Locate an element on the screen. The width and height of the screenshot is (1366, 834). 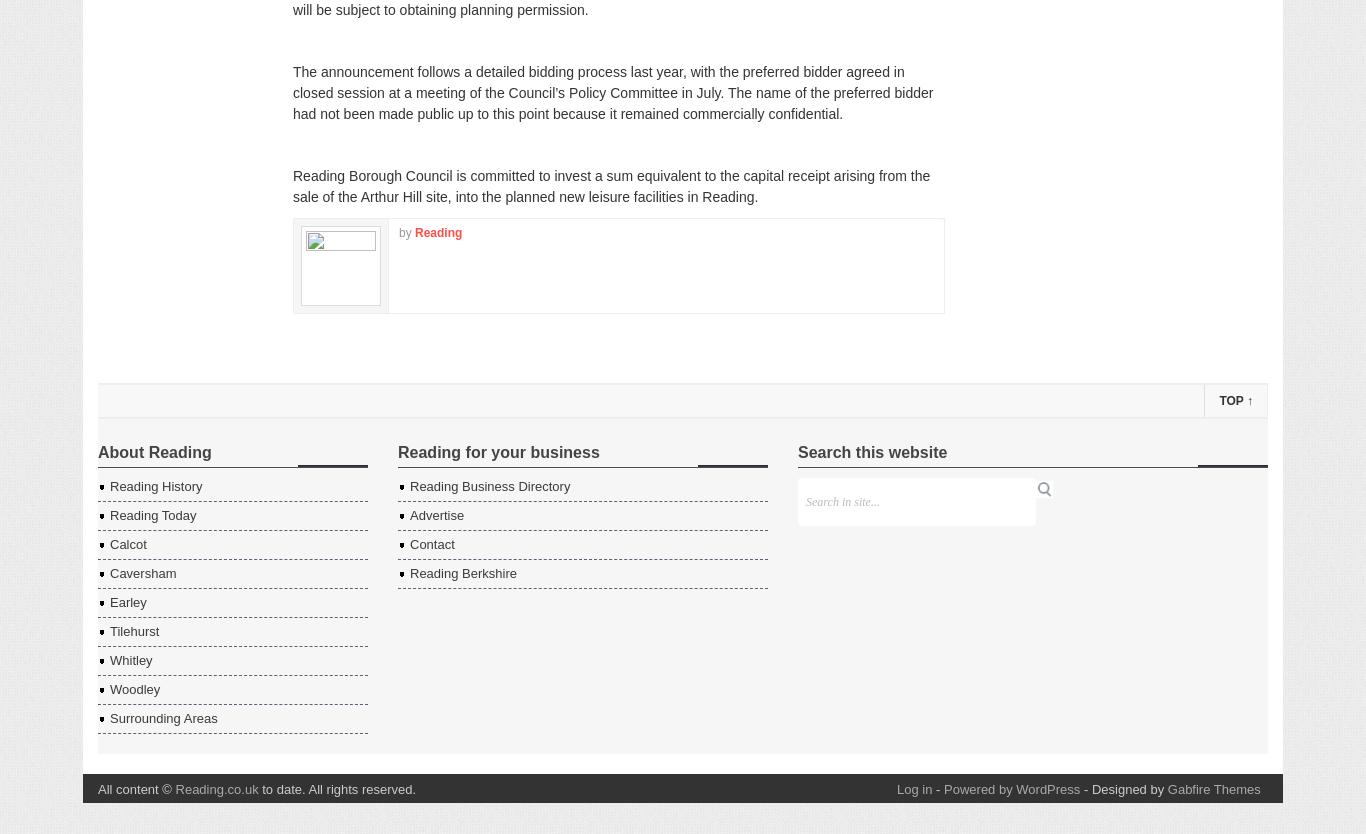
'- 
 Designed by' is located at coordinates (1122, 788).